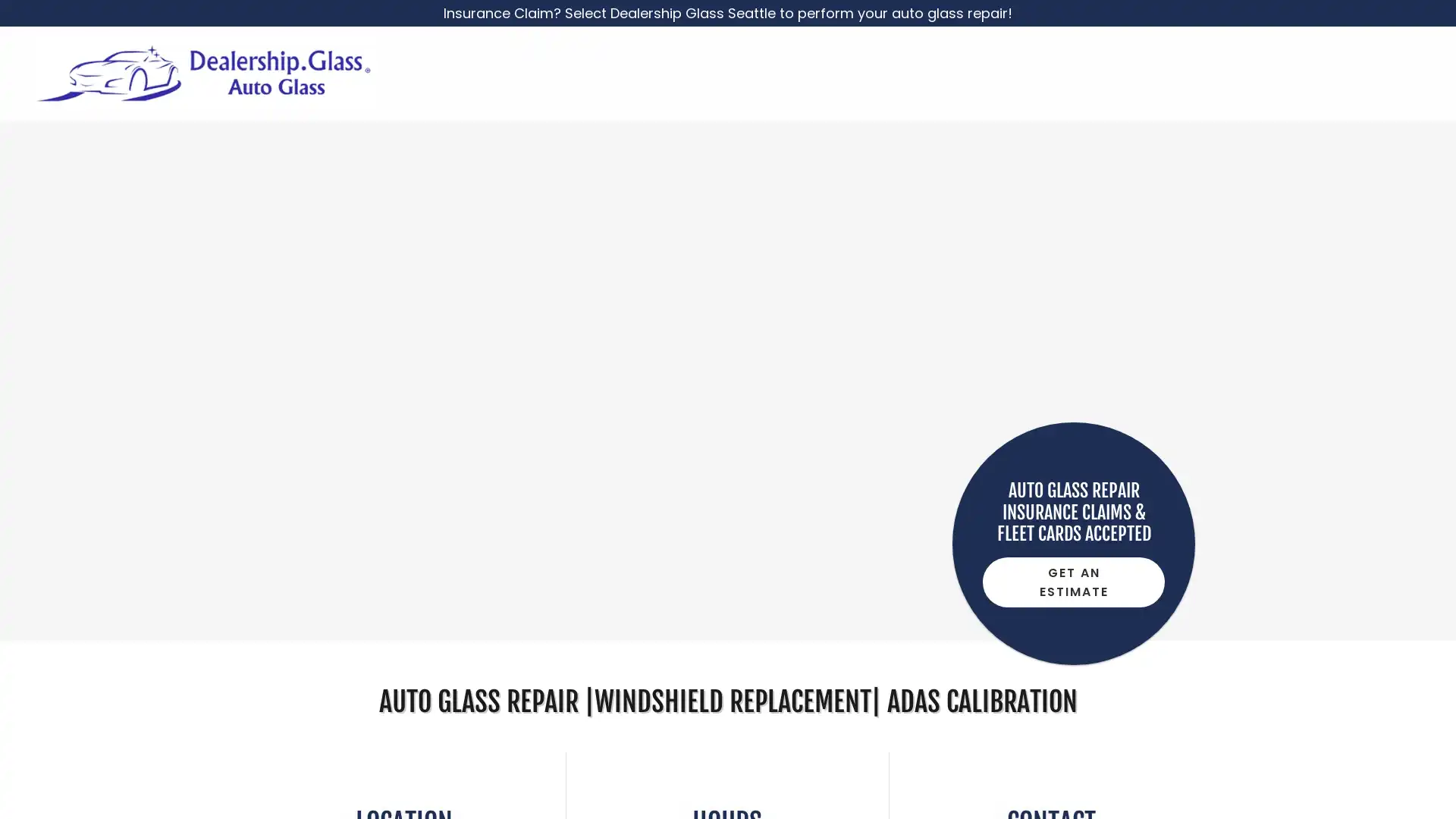 This screenshot has height=819, width=1456. What do you see at coordinates (1416, 780) in the screenshot?
I see `Chat widget toggle` at bounding box center [1416, 780].